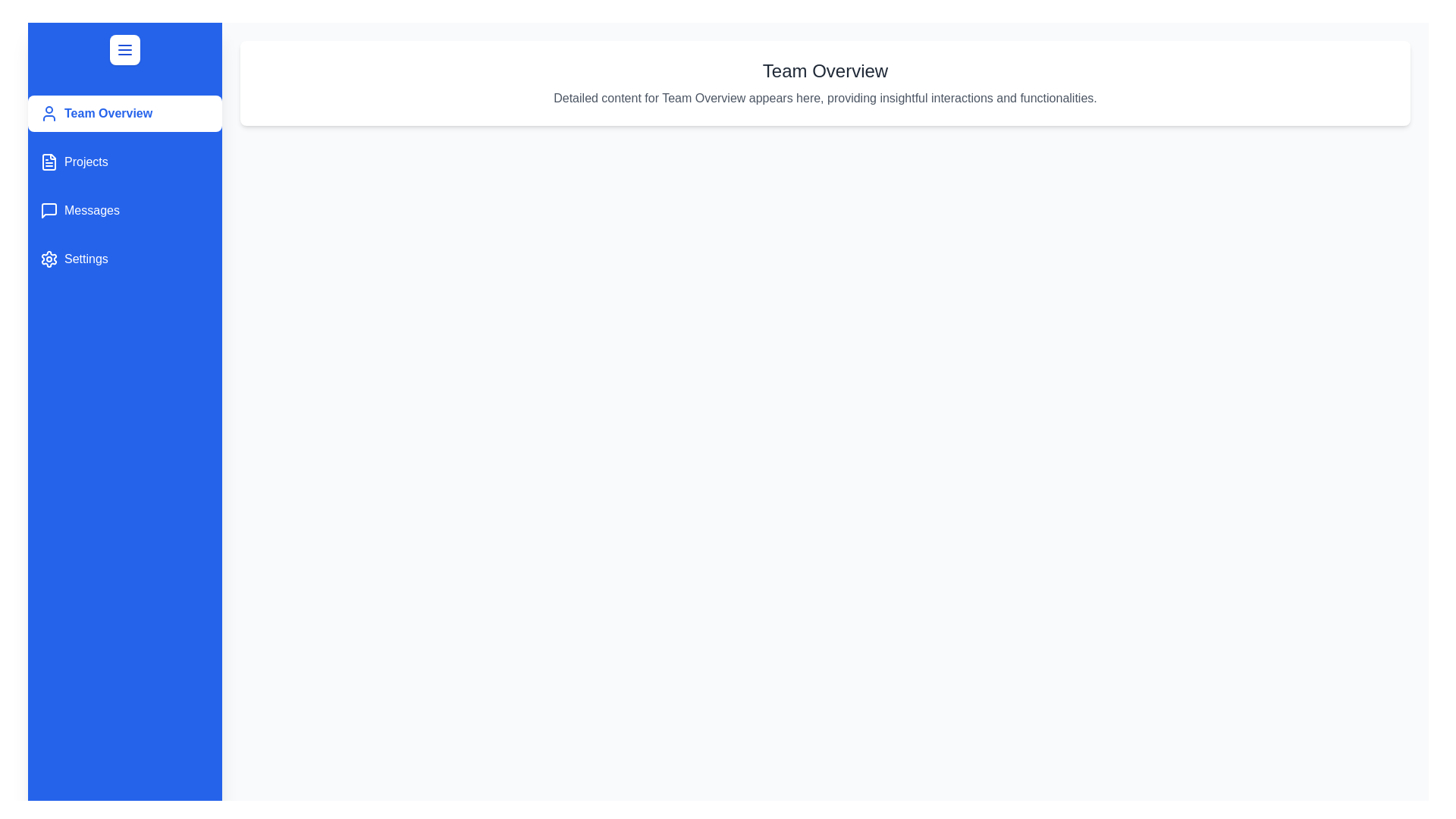 The image size is (1456, 819). What do you see at coordinates (124, 162) in the screenshot?
I see `the sidebar item Projects to preview its selection state` at bounding box center [124, 162].